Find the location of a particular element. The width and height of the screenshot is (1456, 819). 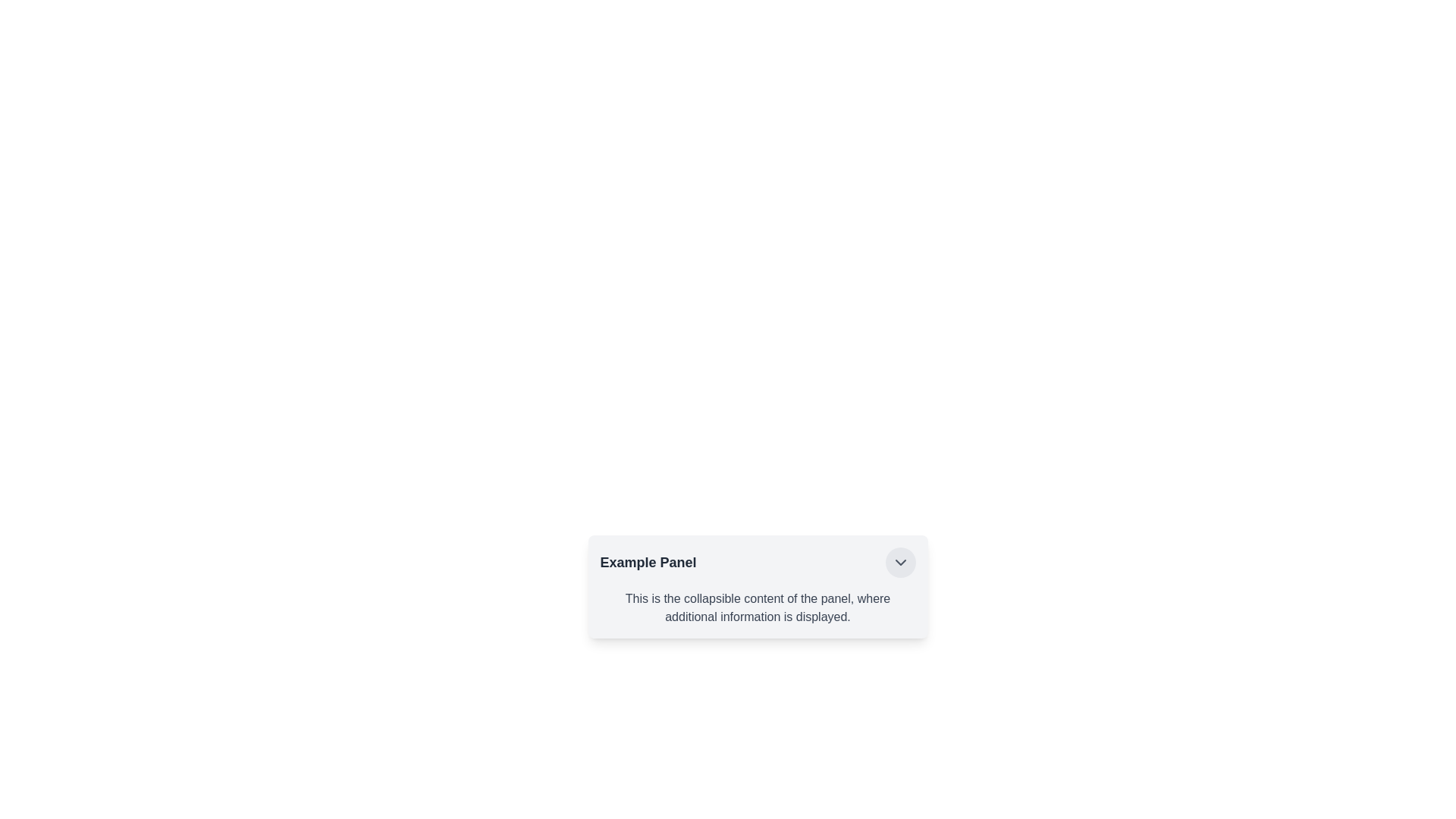

the gray text component that provides additional information inside the collapsible panel, positioned below the header 'Example Panel' is located at coordinates (758, 607).